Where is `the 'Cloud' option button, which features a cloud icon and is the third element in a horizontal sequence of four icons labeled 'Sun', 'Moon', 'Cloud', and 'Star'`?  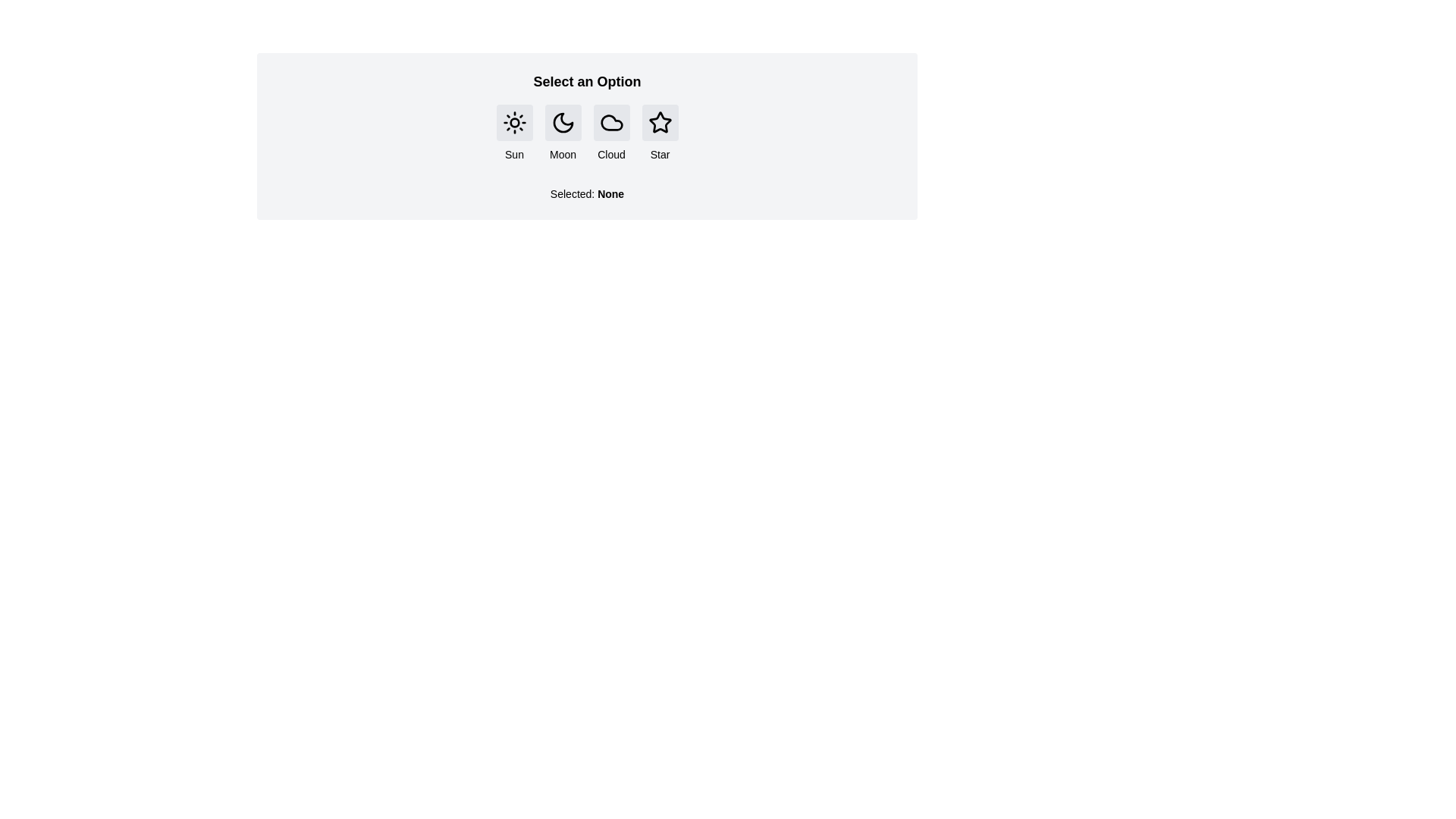
the 'Cloud' option button, which features a cloud icon and is the third element in a horizontal sequence of four icons labeled 'Sun', 'Moon', 'Cloud', and 'Star' is located at coordinates (611, 133).